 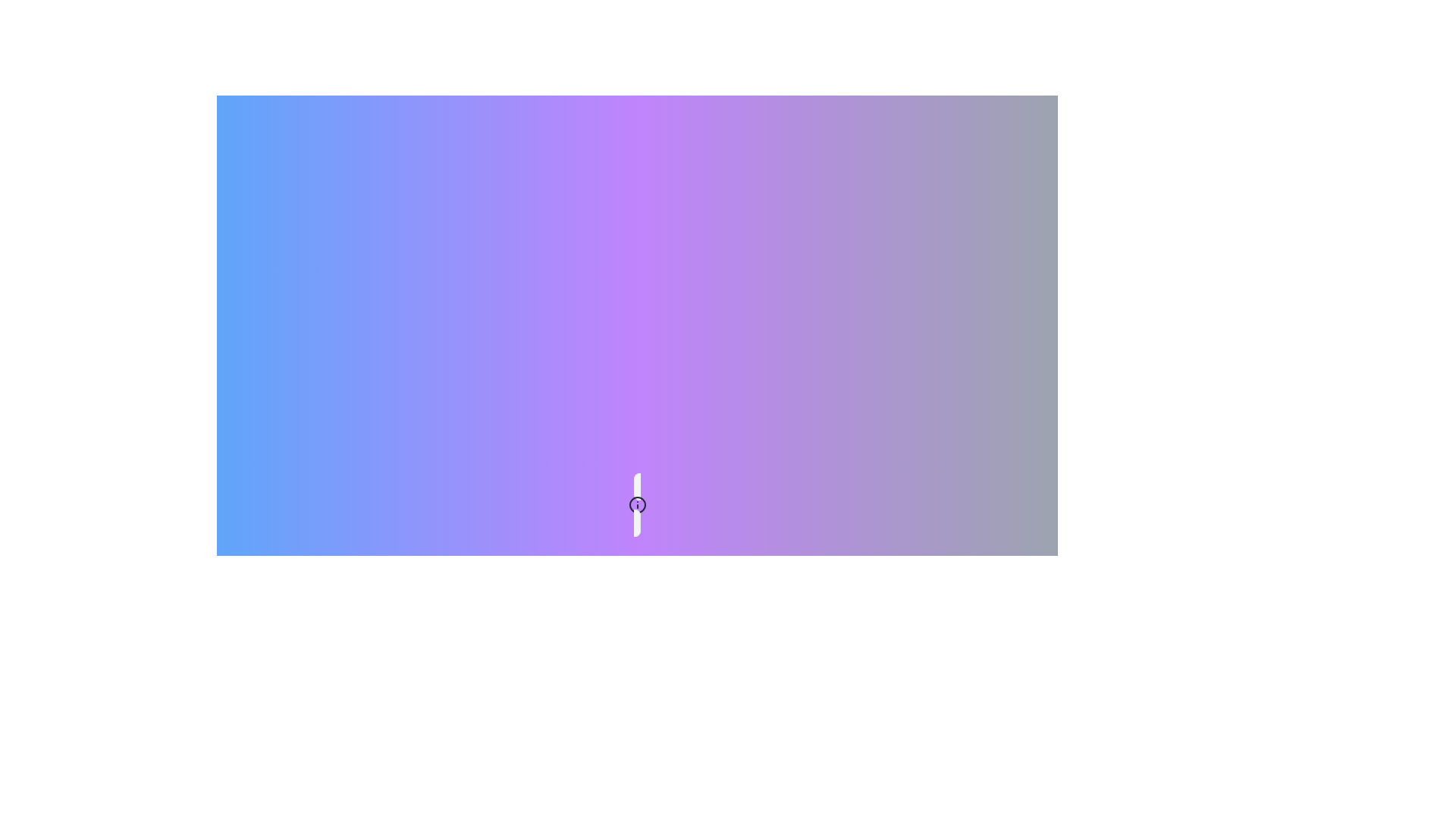 What do you see at coordinates (637, 505) in the screenshot?
I see `the Informational Icon, a circular dark gray icon with a central dot and a vertical line below it` at bounding box center [637, 505].